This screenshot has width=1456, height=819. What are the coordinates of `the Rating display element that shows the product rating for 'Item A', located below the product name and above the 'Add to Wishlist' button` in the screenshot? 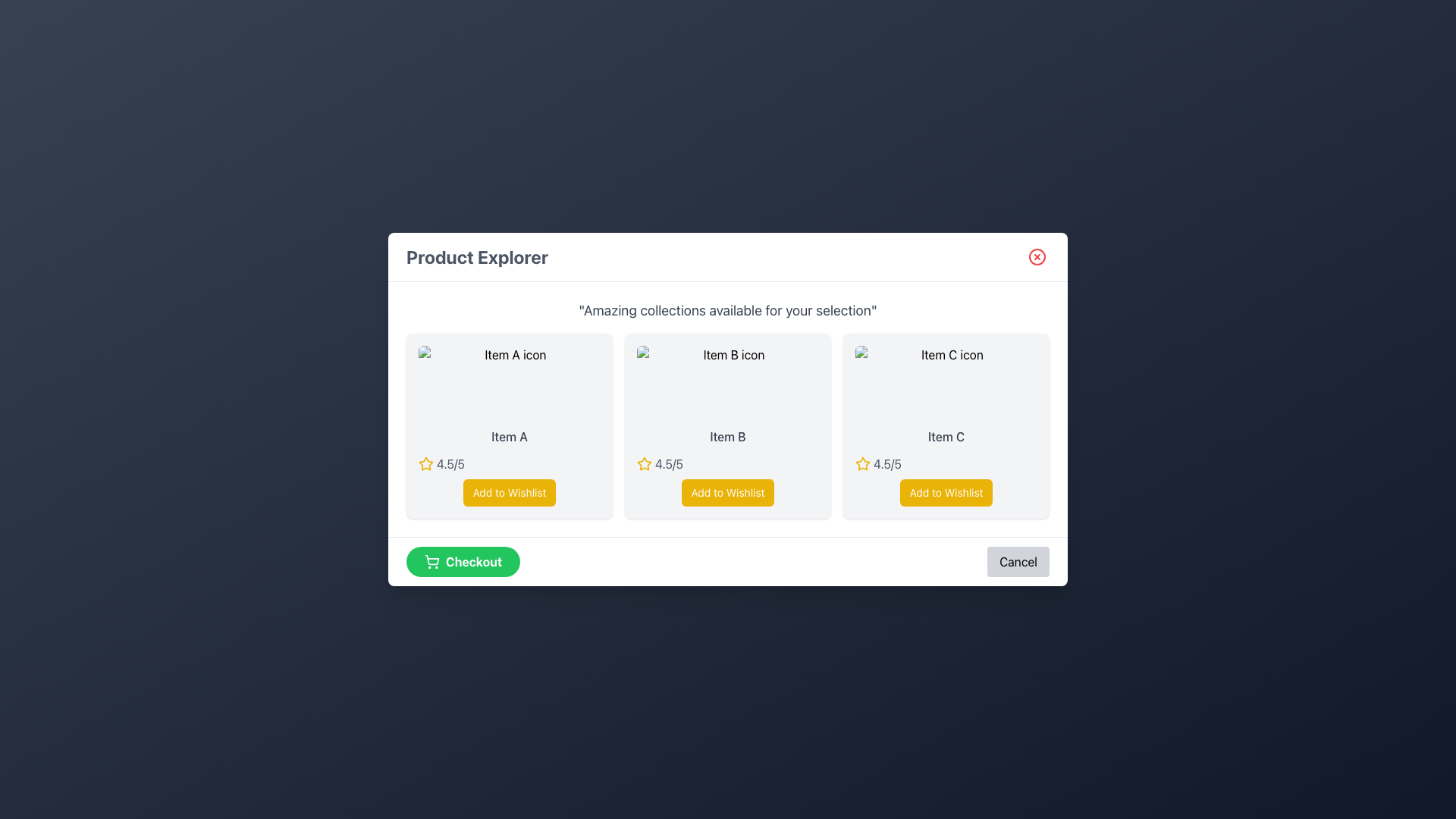 It's located at (510, 463).